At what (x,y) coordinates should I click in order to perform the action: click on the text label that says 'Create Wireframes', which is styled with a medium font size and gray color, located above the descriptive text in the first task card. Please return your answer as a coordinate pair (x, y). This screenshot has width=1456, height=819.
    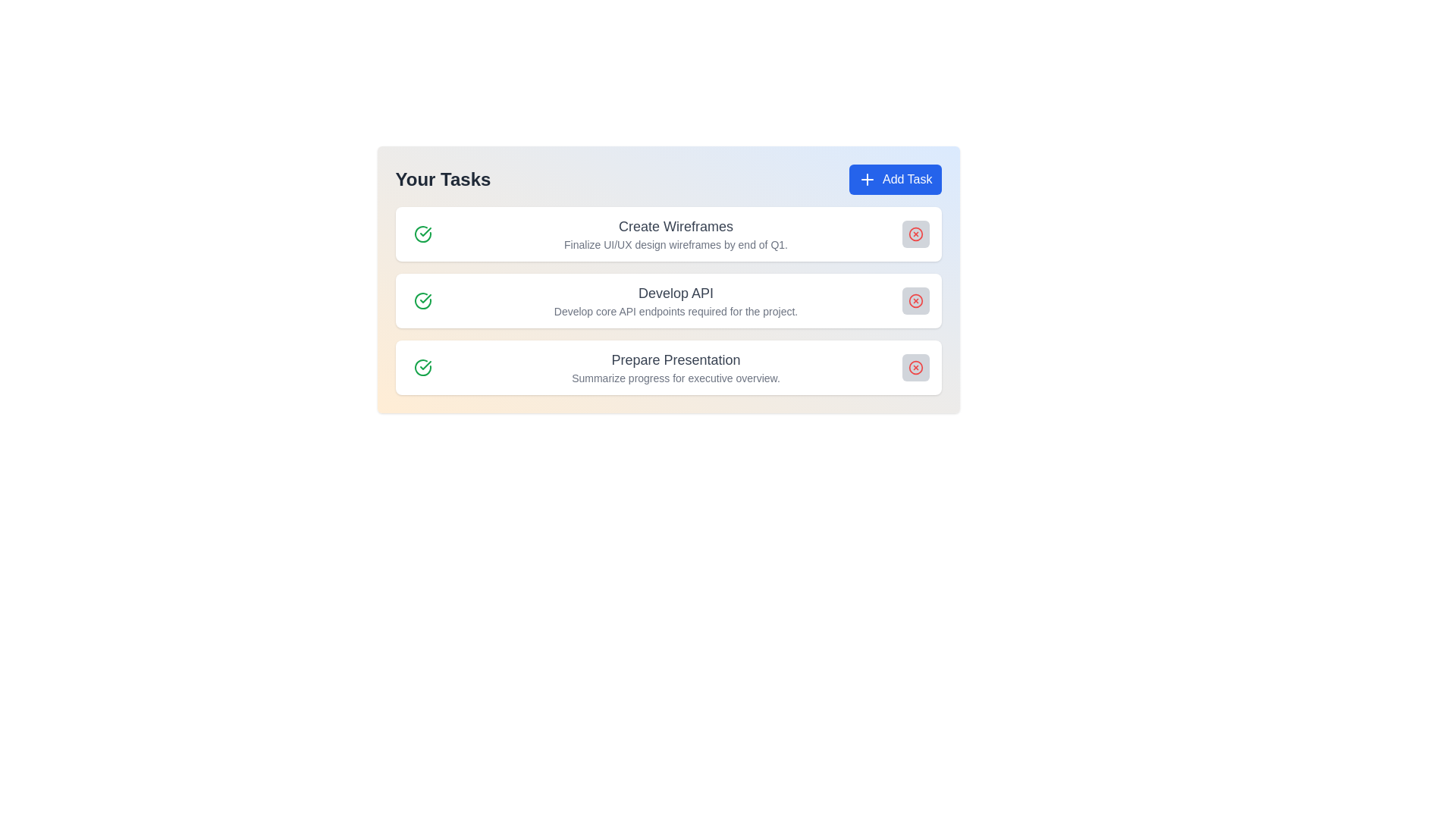
    Looking at the image, I should click on (675, 227).